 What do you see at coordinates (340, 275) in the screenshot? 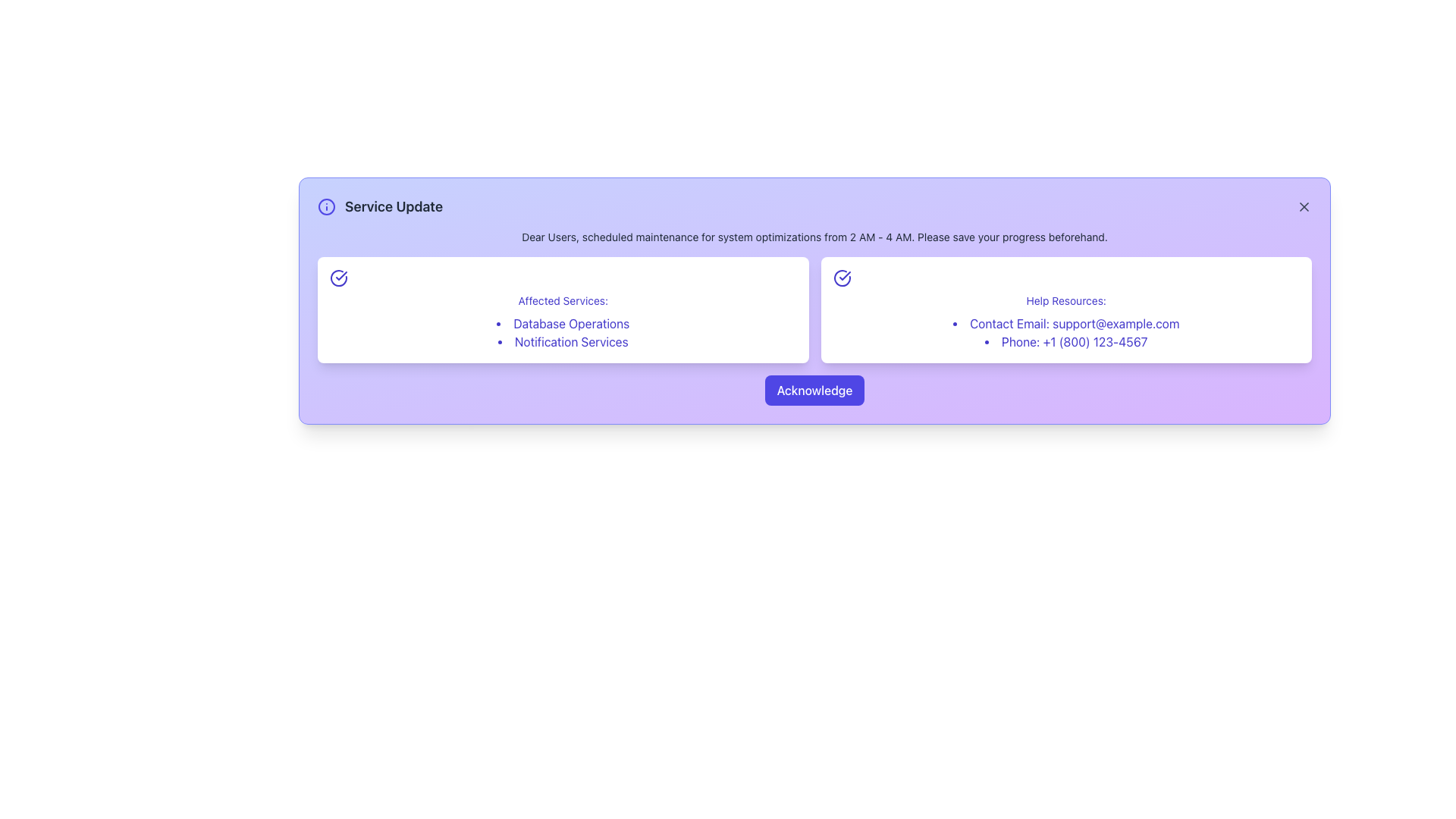
I see `the status confirmation icon located in the left highlighted box of the dialog, which is represented as an SVG element near the top-left corner` at bounding box center [340, 275].